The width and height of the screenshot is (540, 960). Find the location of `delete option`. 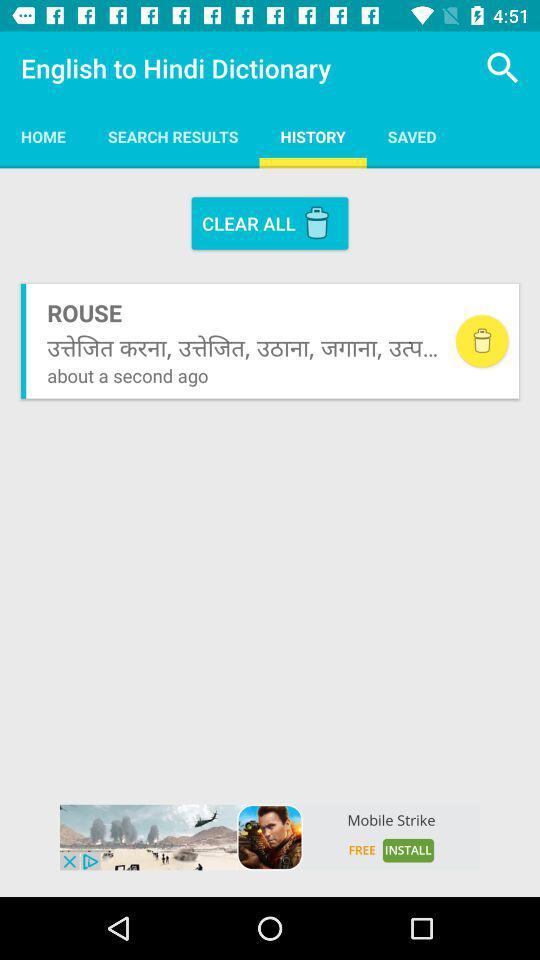

delete option is located at coordinates (481, 341).